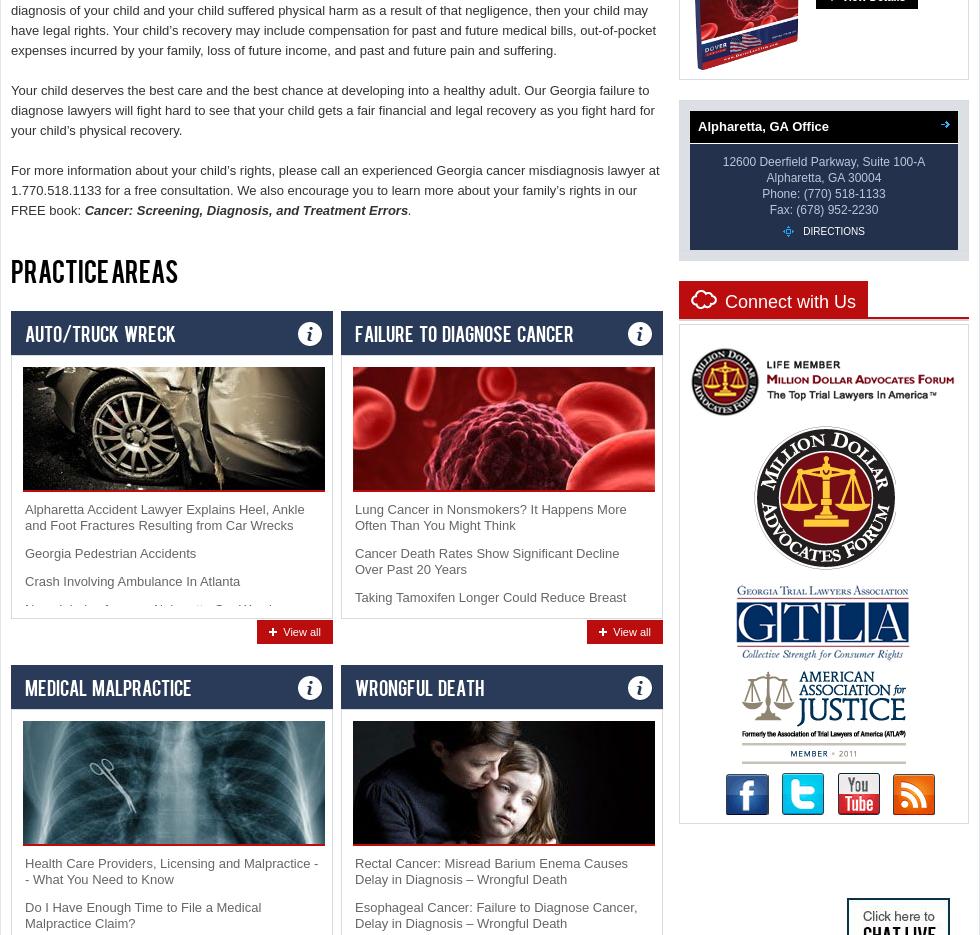 The image size is (980, 935). Describe the element at coordinates (780, 209) in the screenshot. I see `'Fax:'` at that location.